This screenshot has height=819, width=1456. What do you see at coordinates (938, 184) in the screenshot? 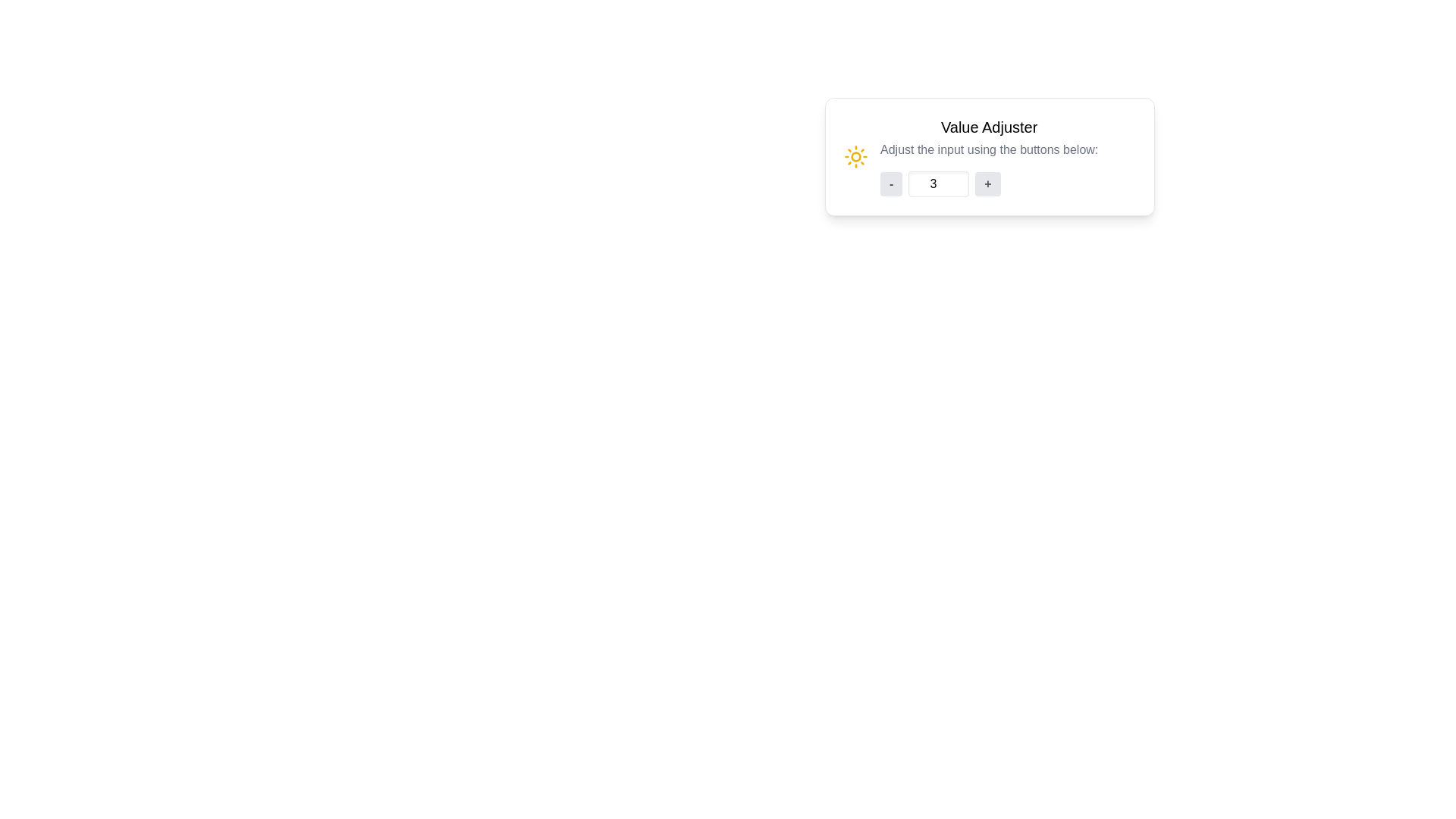
I see `the numeric input field that currently displays the number 3 to focus on it` at bounding box center [938, 184].